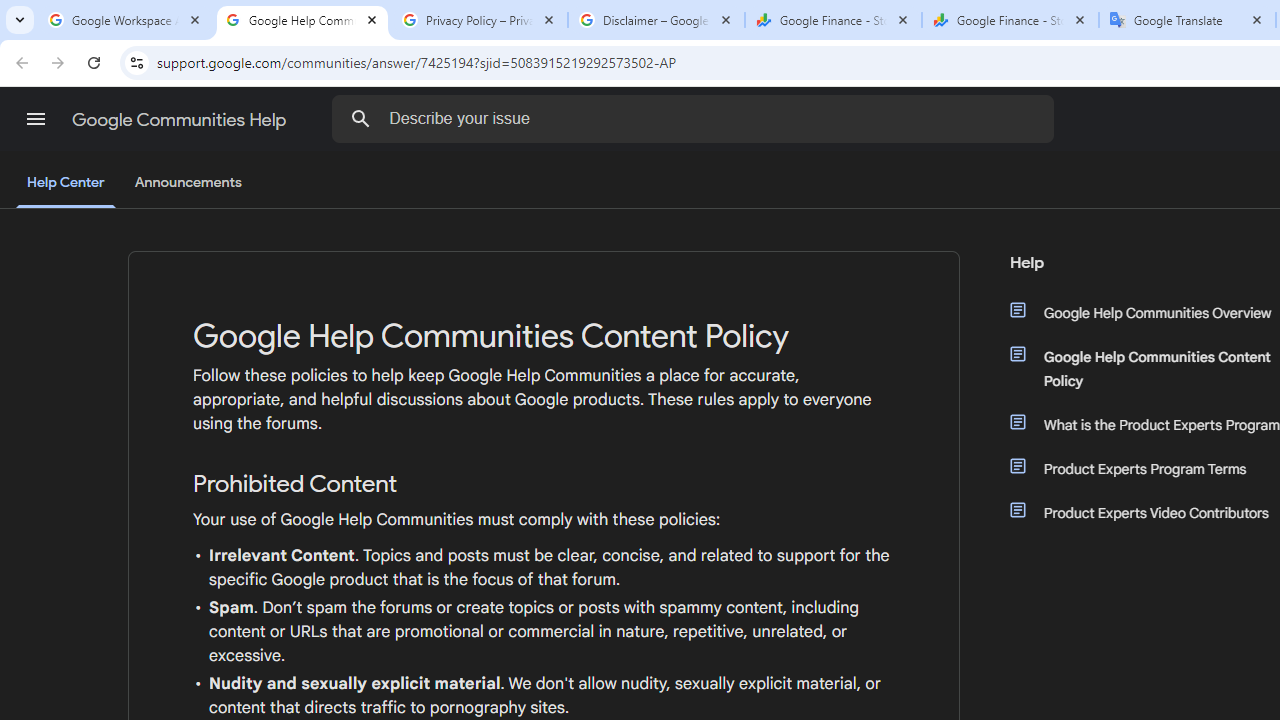 The height and width of the screenshot is (720, 1280). What do you see at coordinates (188, 183) in the screenshot?
I see `'Announcements'` at bounding box center [188, 183].